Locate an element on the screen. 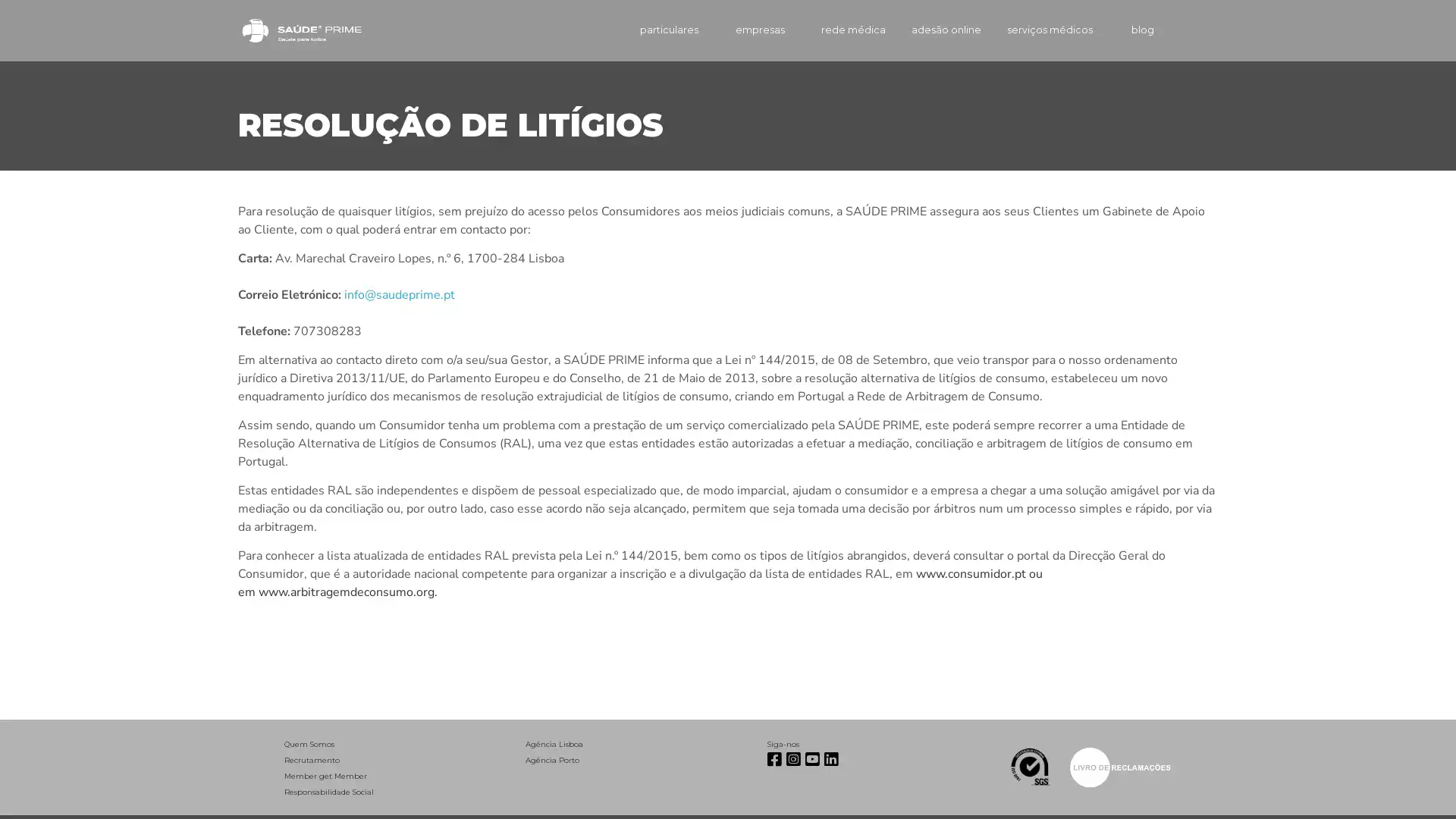  adesao online is located at coordinates (927, 30).